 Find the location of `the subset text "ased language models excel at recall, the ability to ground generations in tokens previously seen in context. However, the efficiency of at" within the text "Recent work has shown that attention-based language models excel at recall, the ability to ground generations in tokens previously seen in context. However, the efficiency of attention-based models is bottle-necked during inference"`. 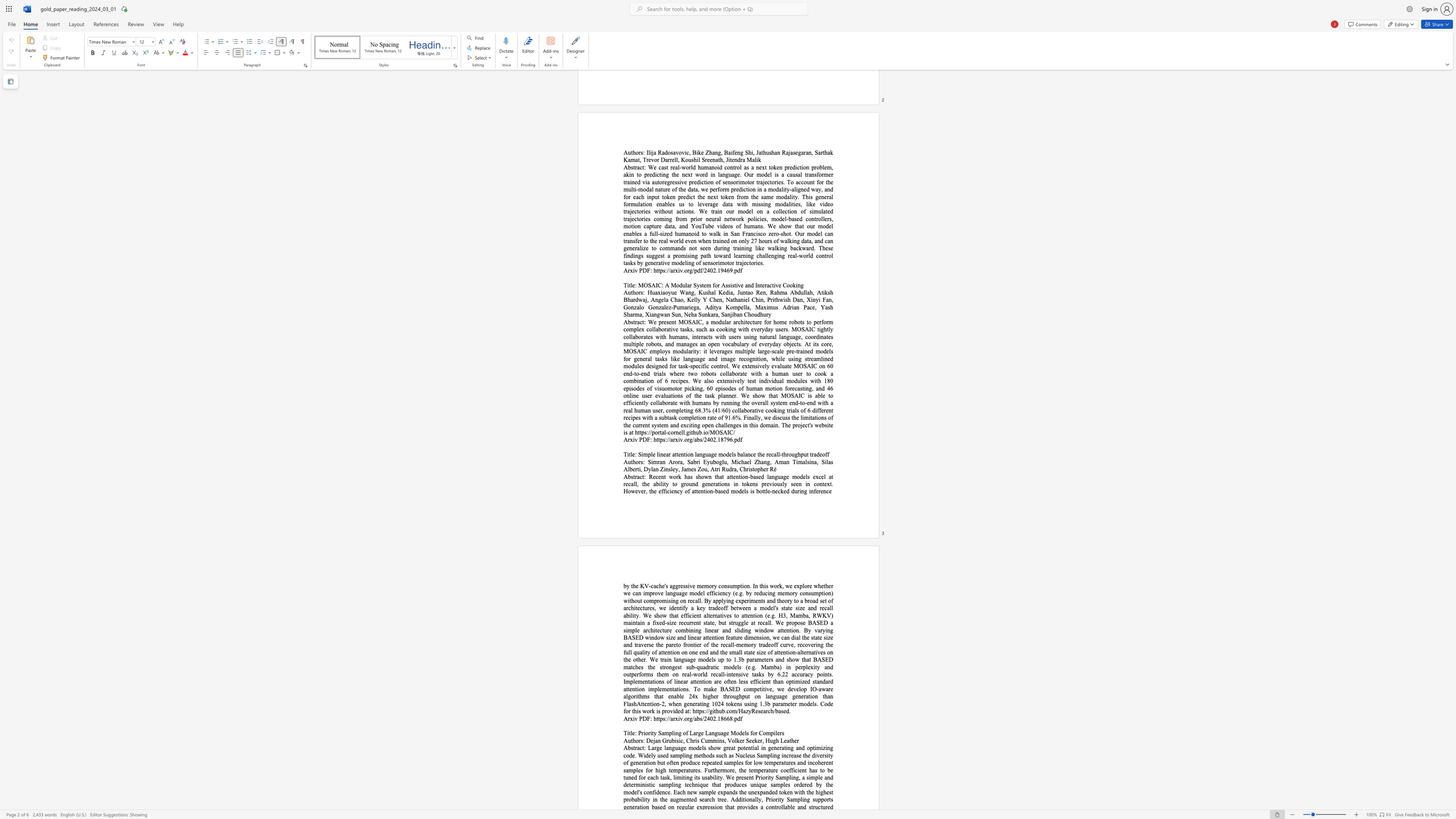

the subset text "ased language models excel at recall, the ability to ground generations in tokens previously seen in context. However, the efficiency of at" within the text "Recent work has shown that attention-based language models excel at recall, the ability to ground generations in tokens previously seen in context. However, the efficiency of attention-based models is bottle-necked during inference" is located at coordinates (753, 476).